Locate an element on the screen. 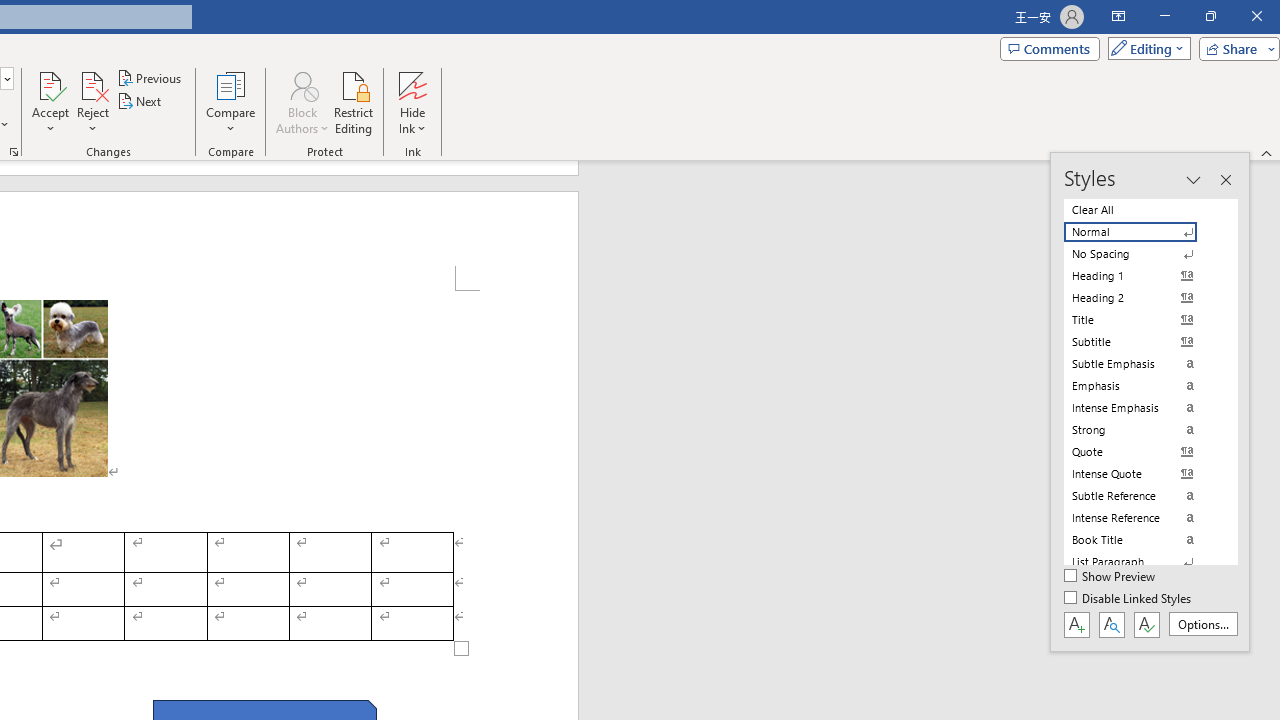 The image size is (1280, 720). 'Intense Reference' is located at coordinates (1142, 517).